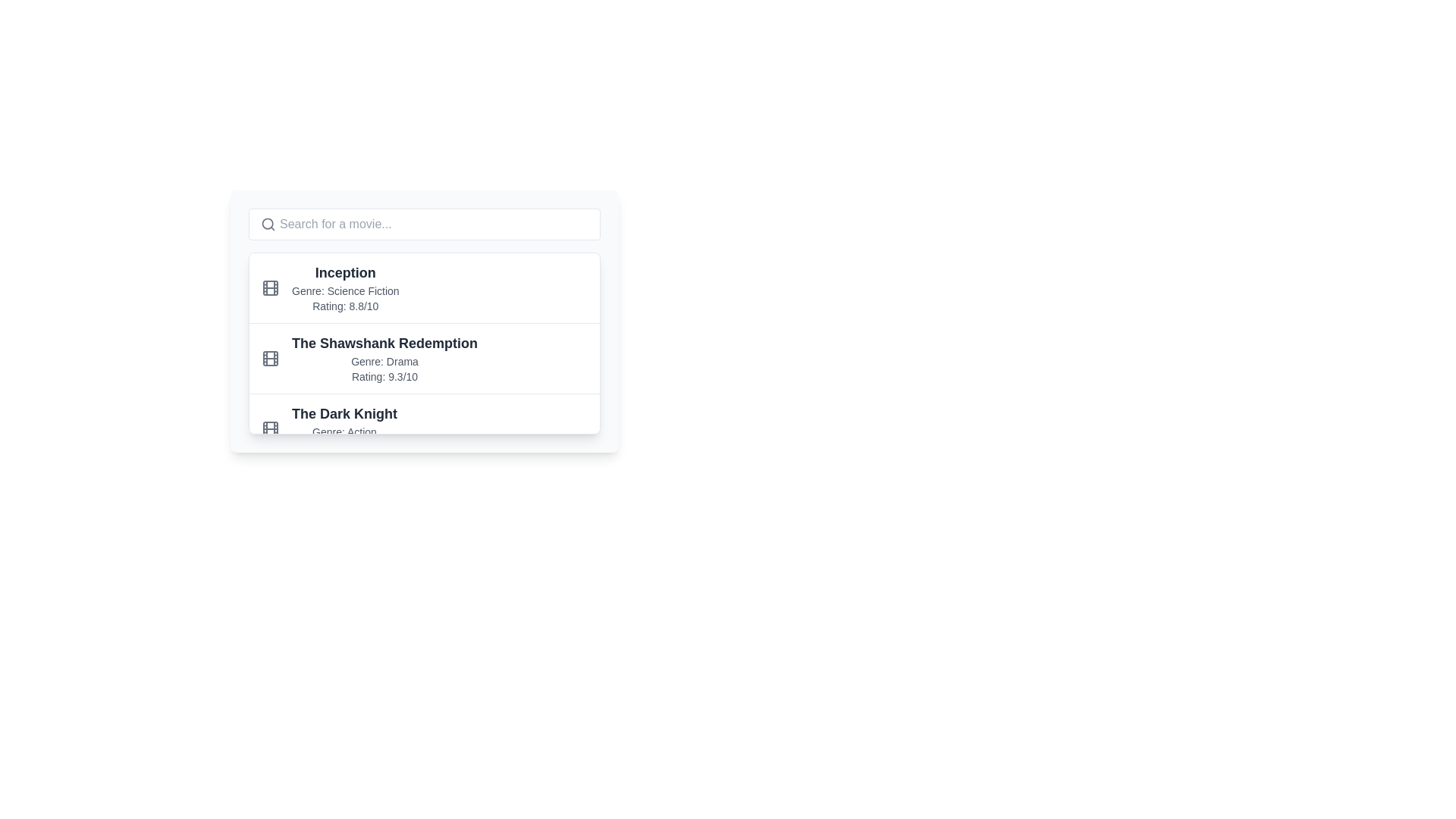  I want to click on the informational text element that displays the genre of the movie 'Inception', positioned beneath the title and above the rating, so click(344, 291).